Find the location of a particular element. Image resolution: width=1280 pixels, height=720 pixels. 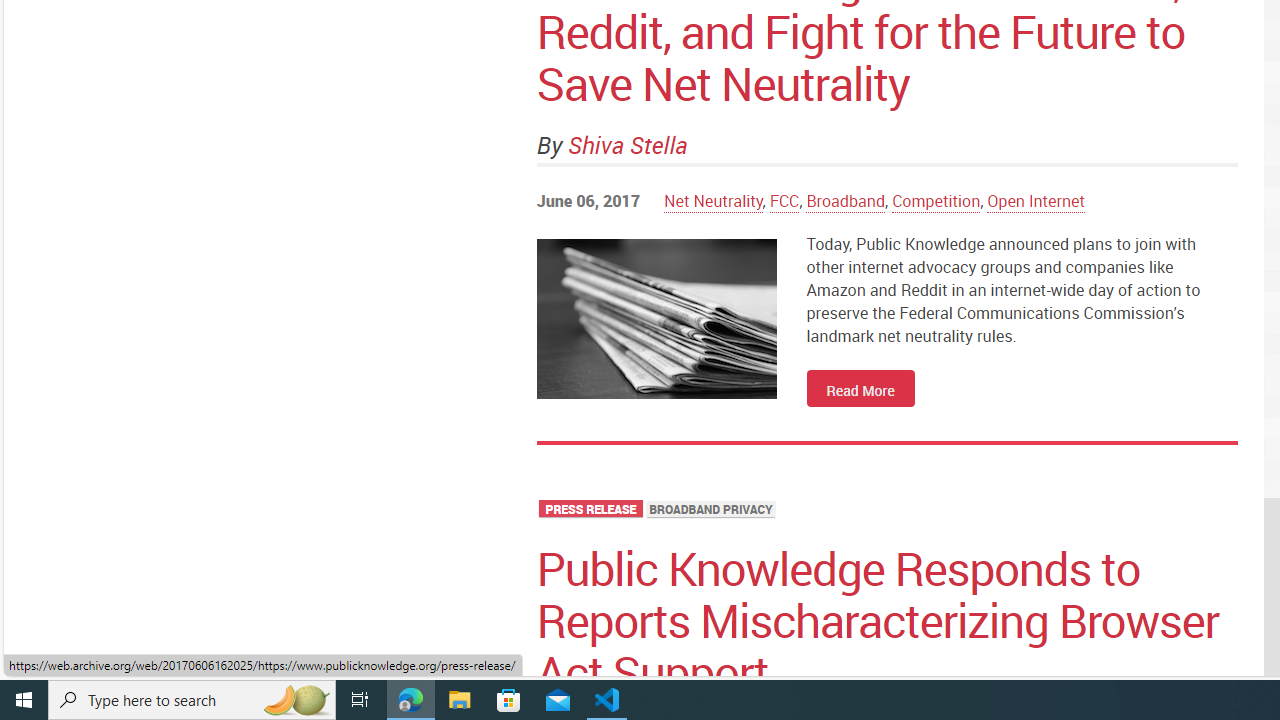

'Shiva Stella' is located at coordinates (627, 144).